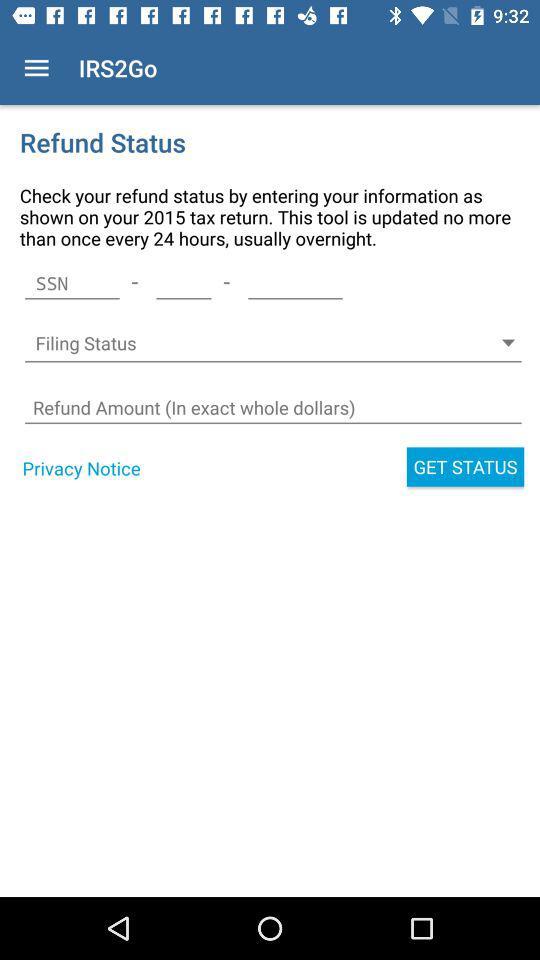  I want to click on refund amount, so click(272, 407).